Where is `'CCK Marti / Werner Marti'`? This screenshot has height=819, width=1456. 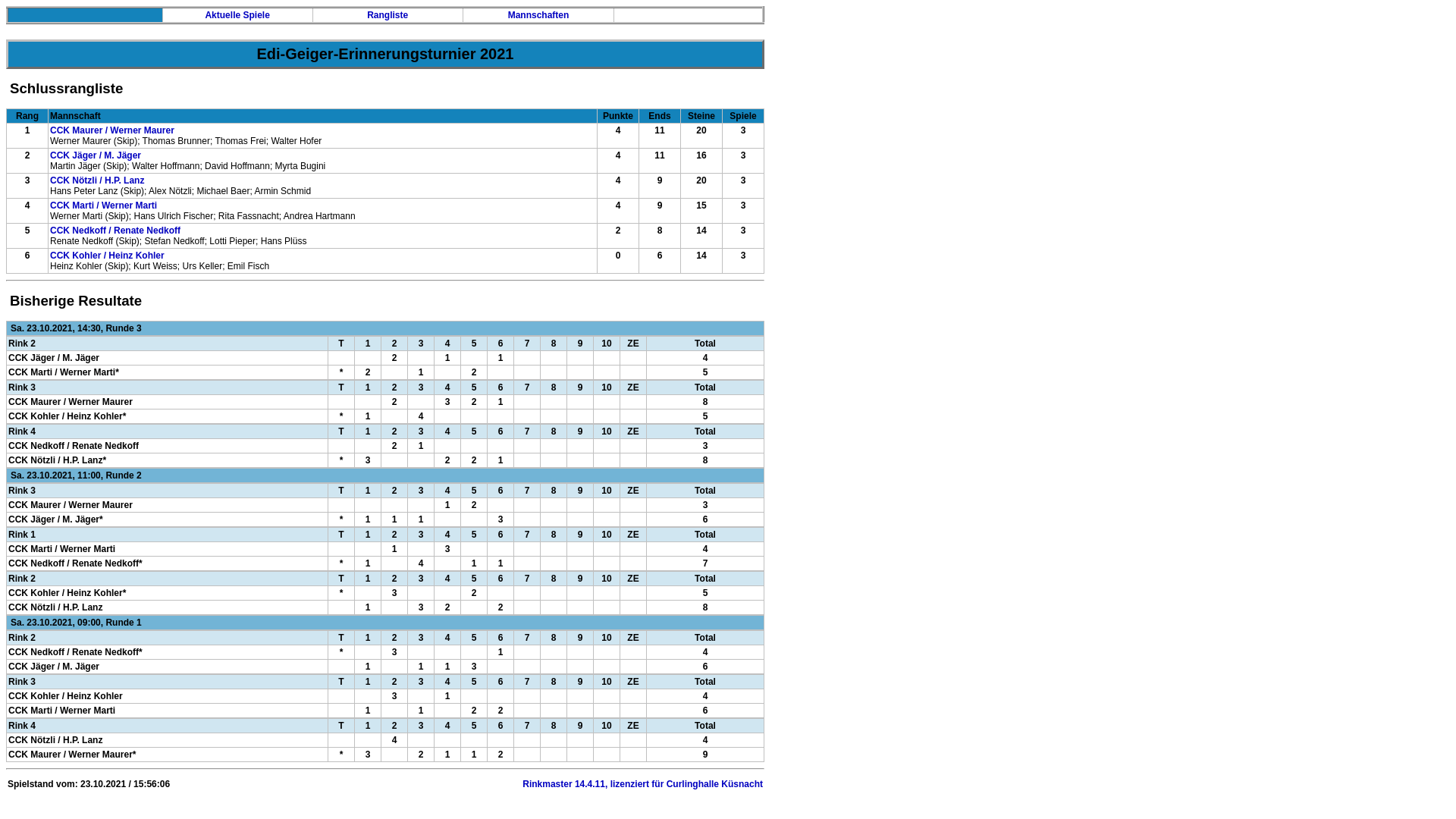 'CCK Marti / Werner Marti' is located at coordinates (102, 205).